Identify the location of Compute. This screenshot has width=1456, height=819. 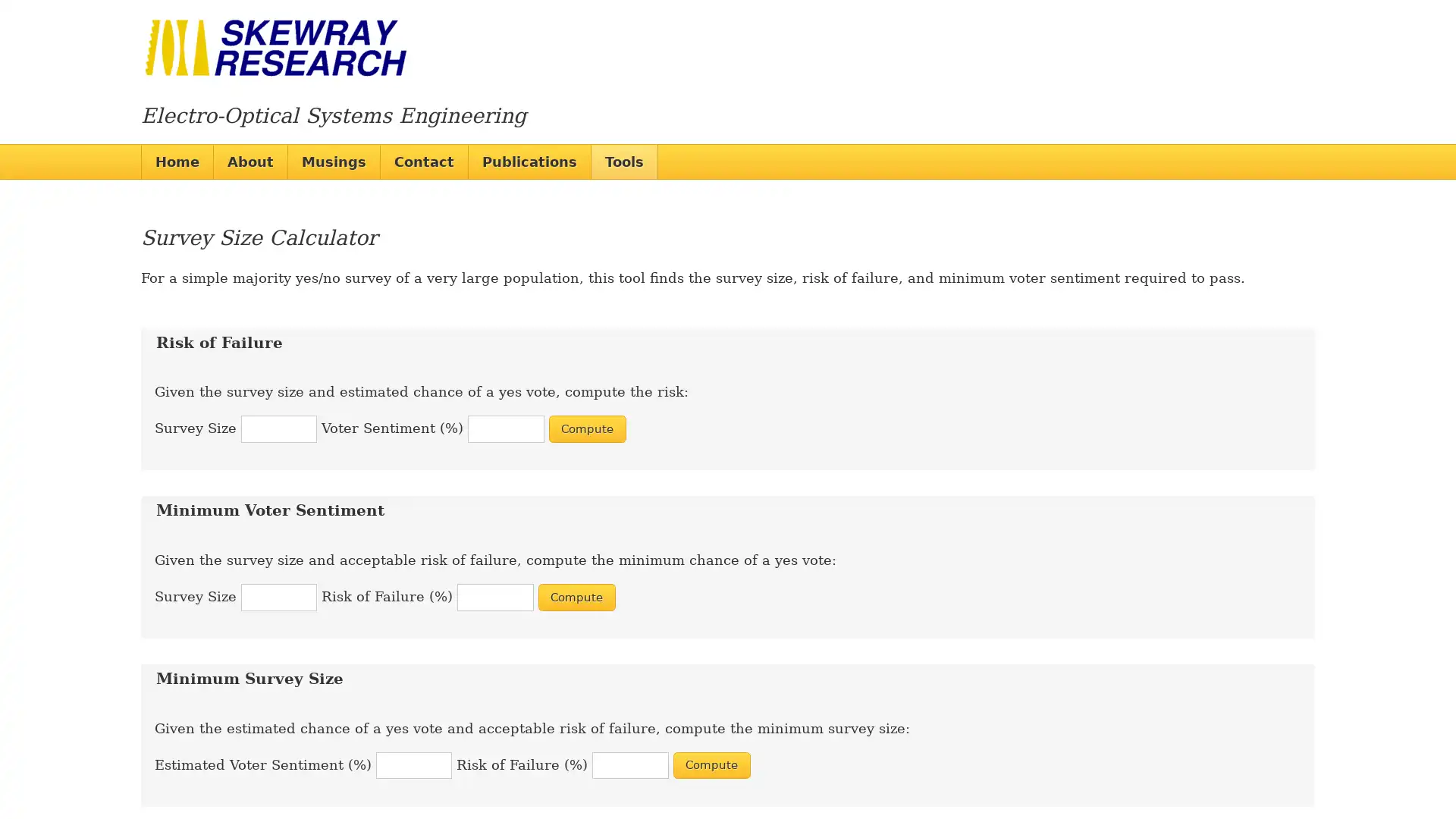
(575, 596).